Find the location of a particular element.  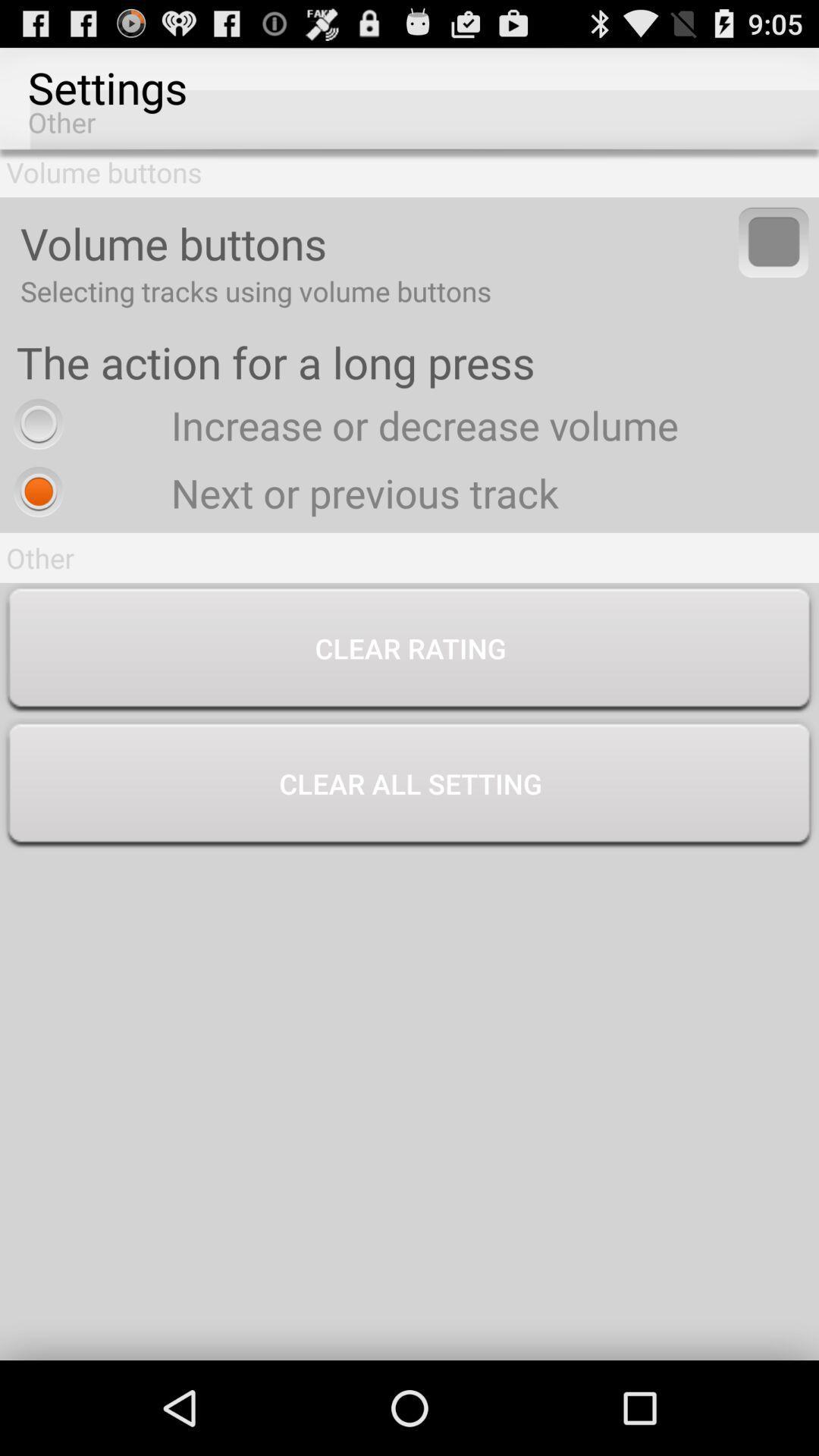

the increase or decrease is located at coordinates (342, 425).